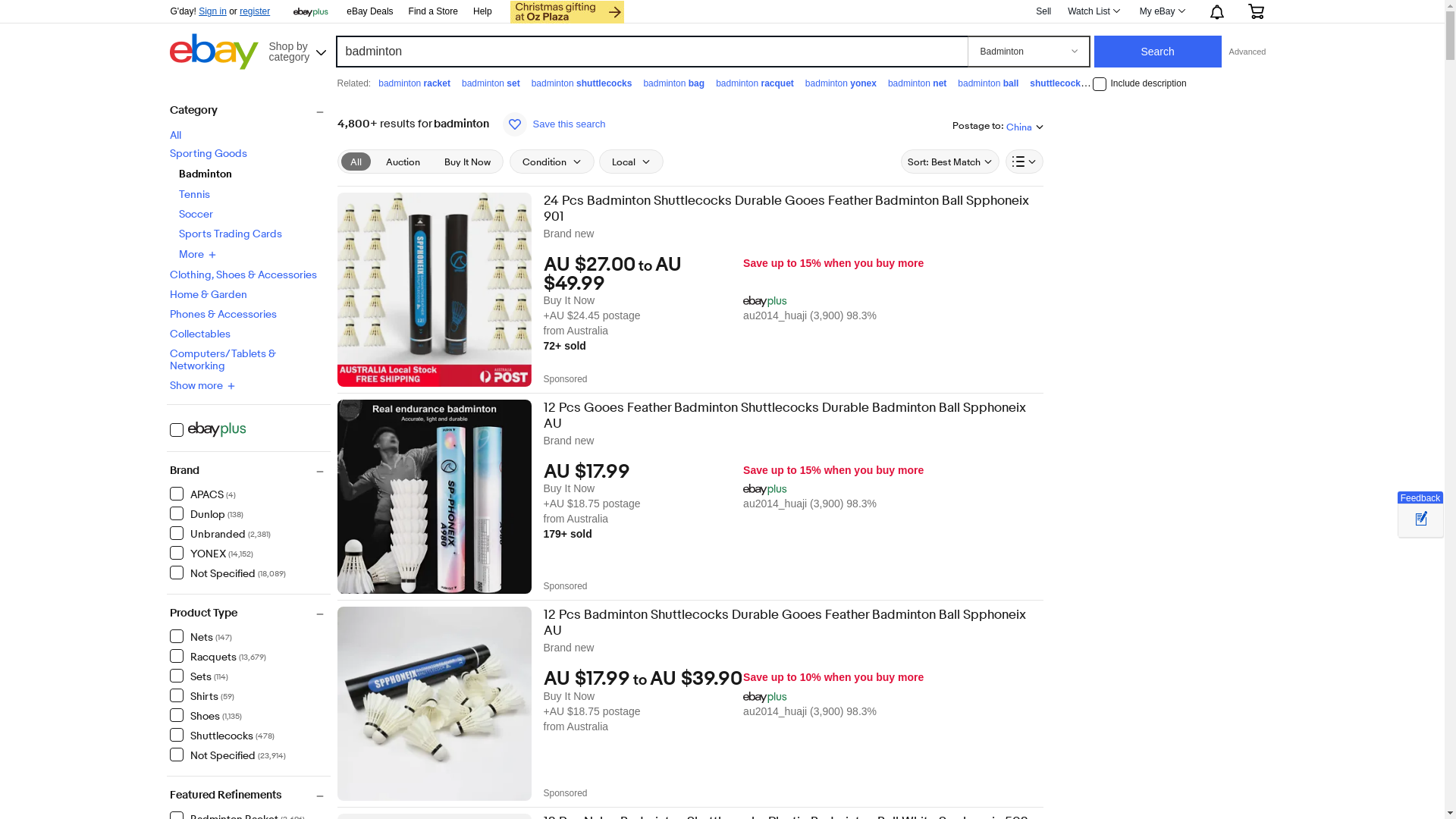 The width and height of the screenshot is (1456, 819). Describe the element at coordinates (205, 714) in the screenshot. I see `'Shoes` at that location.